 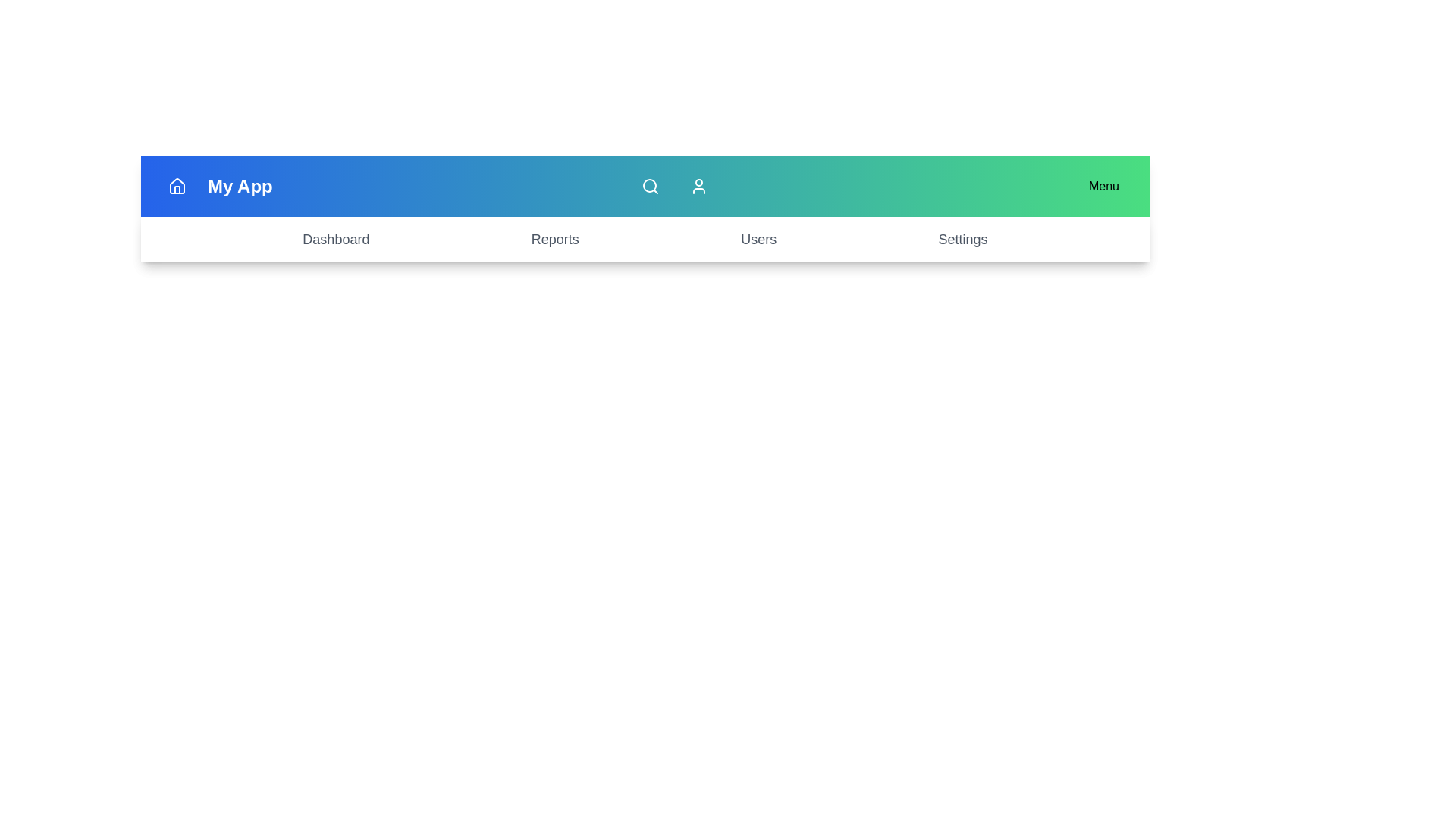 What do you see at coordinates (177, 186) in the screenshot?
I see `the 'Home' button to navigate to the home page` at bounding box center [177, 186].